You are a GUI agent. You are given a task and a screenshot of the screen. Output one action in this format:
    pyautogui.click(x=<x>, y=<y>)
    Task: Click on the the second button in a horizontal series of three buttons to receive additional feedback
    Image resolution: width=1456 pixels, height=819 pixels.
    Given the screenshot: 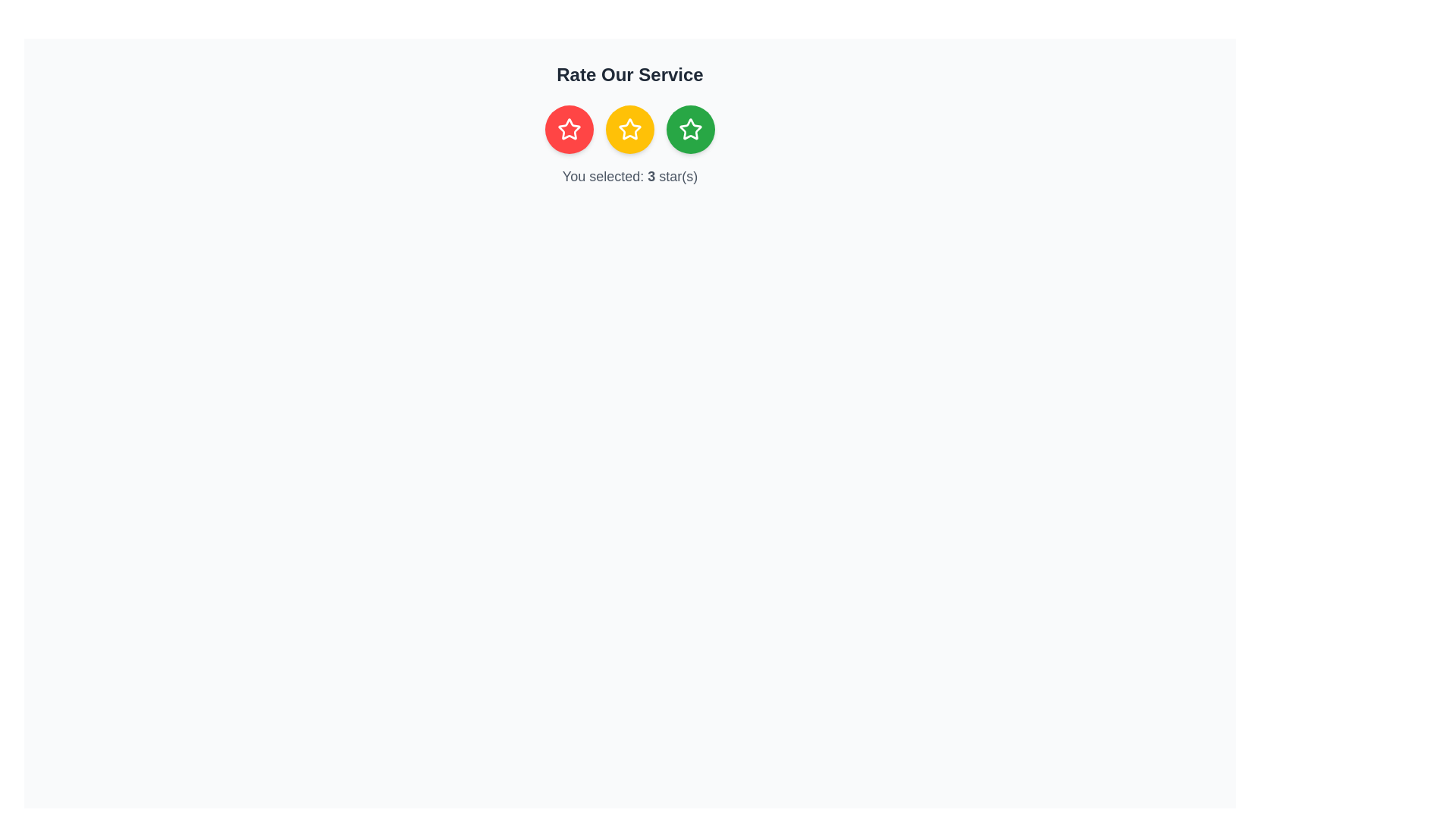 What is the action you would take?
    pyautogui.click(x=629, y=128)
    